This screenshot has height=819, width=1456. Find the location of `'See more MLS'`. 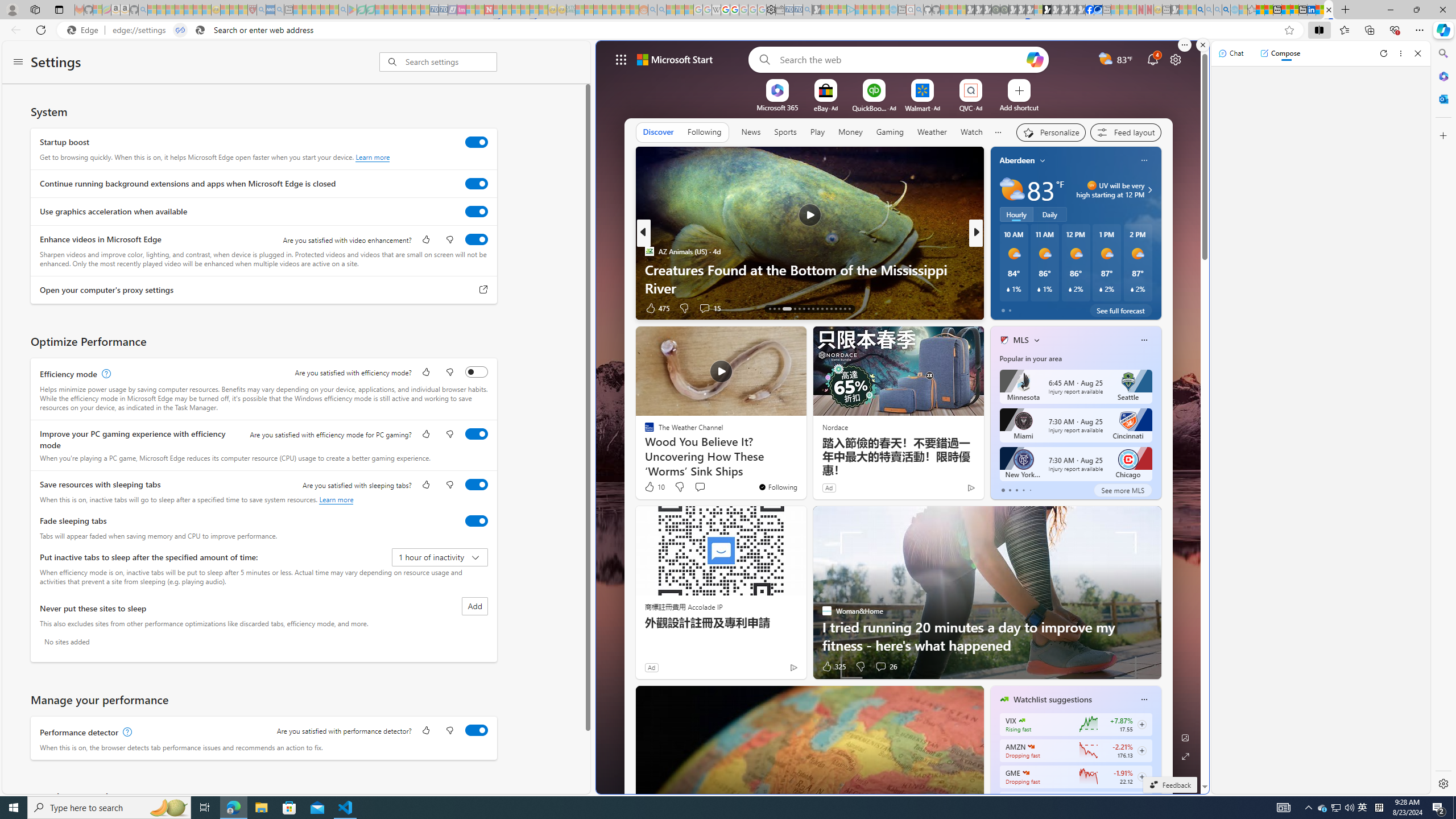

'See more MLS' is located at coordinates (1122, 490).